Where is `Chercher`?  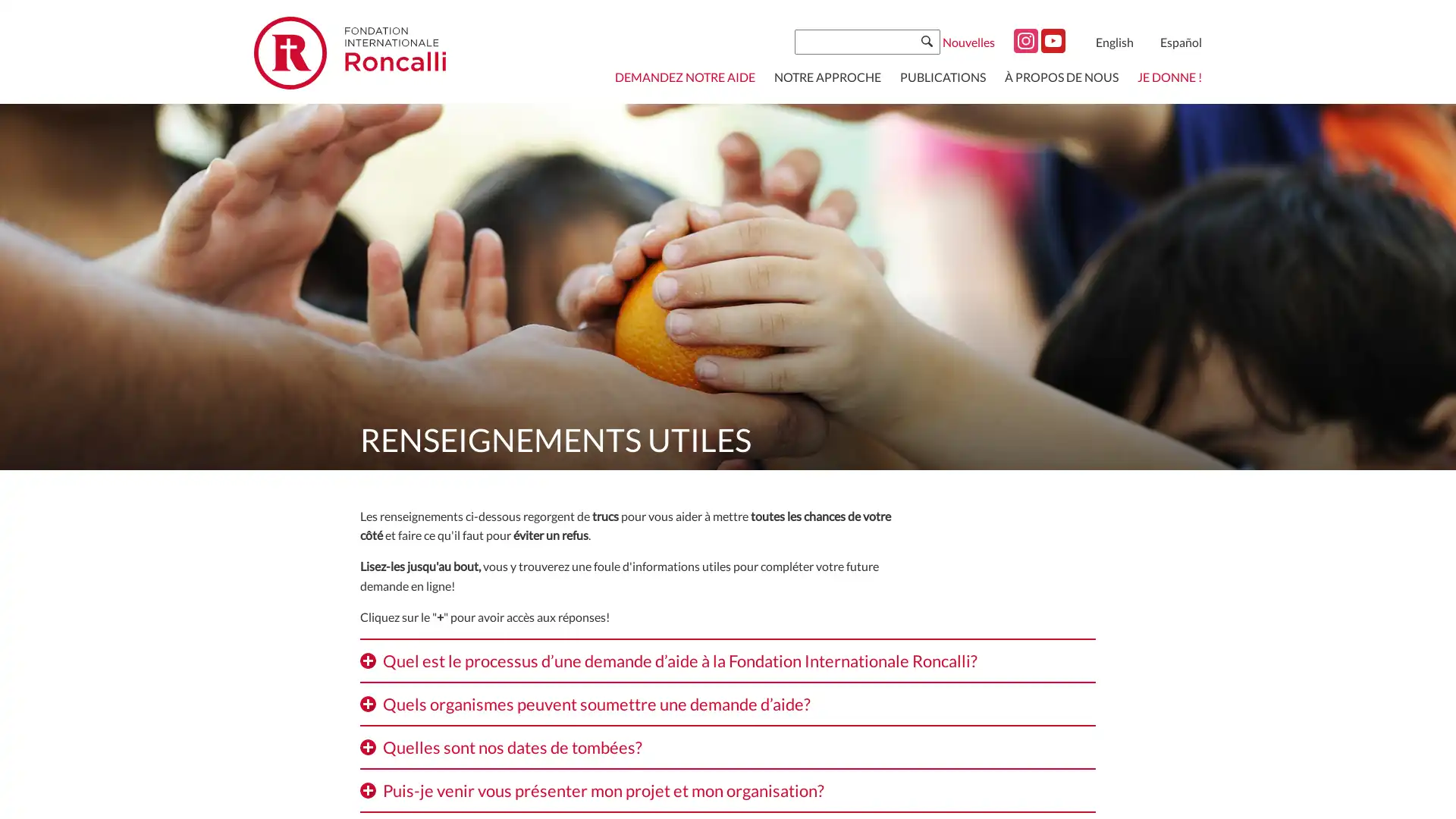
Chercher is located at coordinates (926, 40).